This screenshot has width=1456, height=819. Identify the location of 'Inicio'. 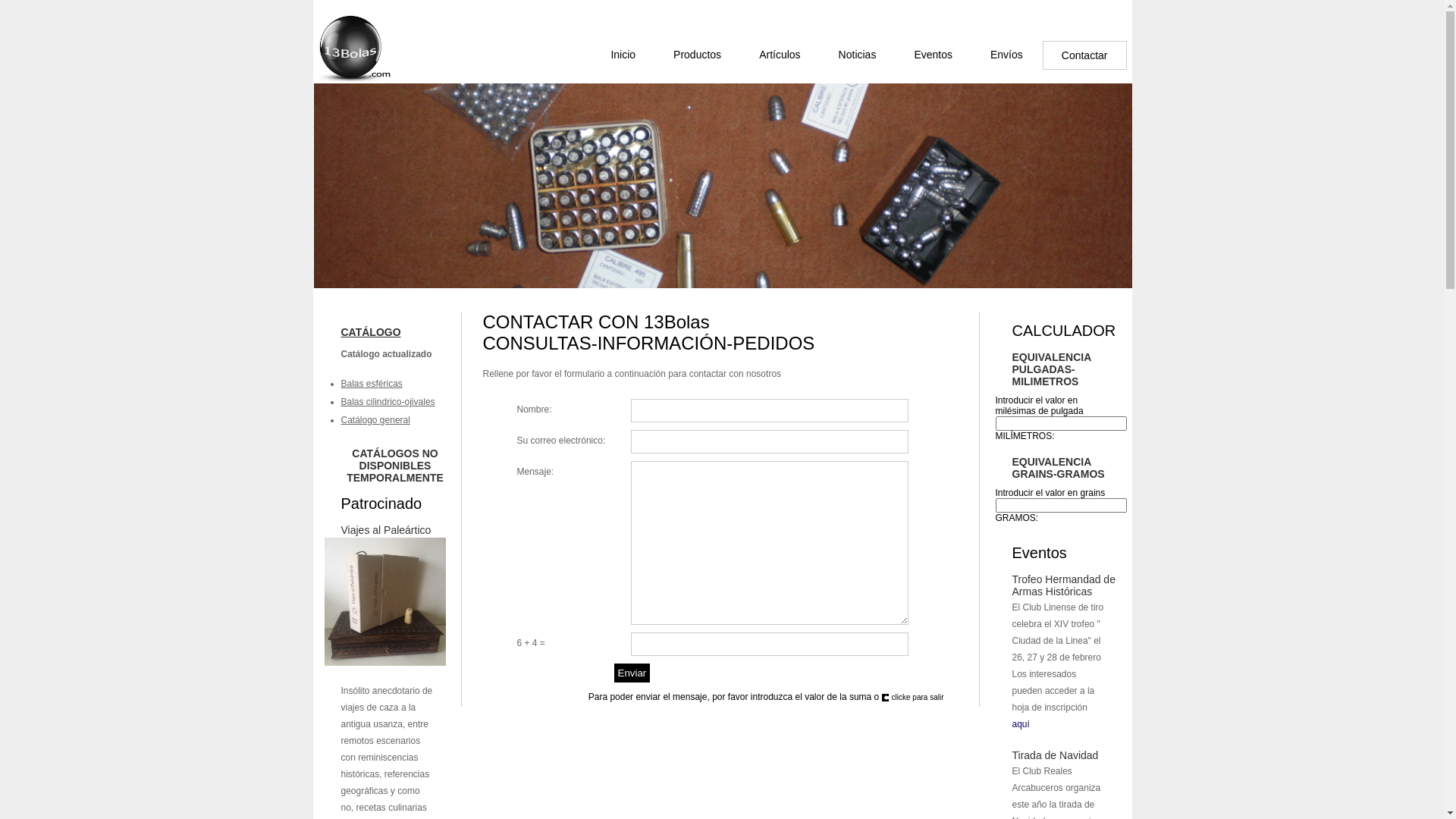
(623, 54).